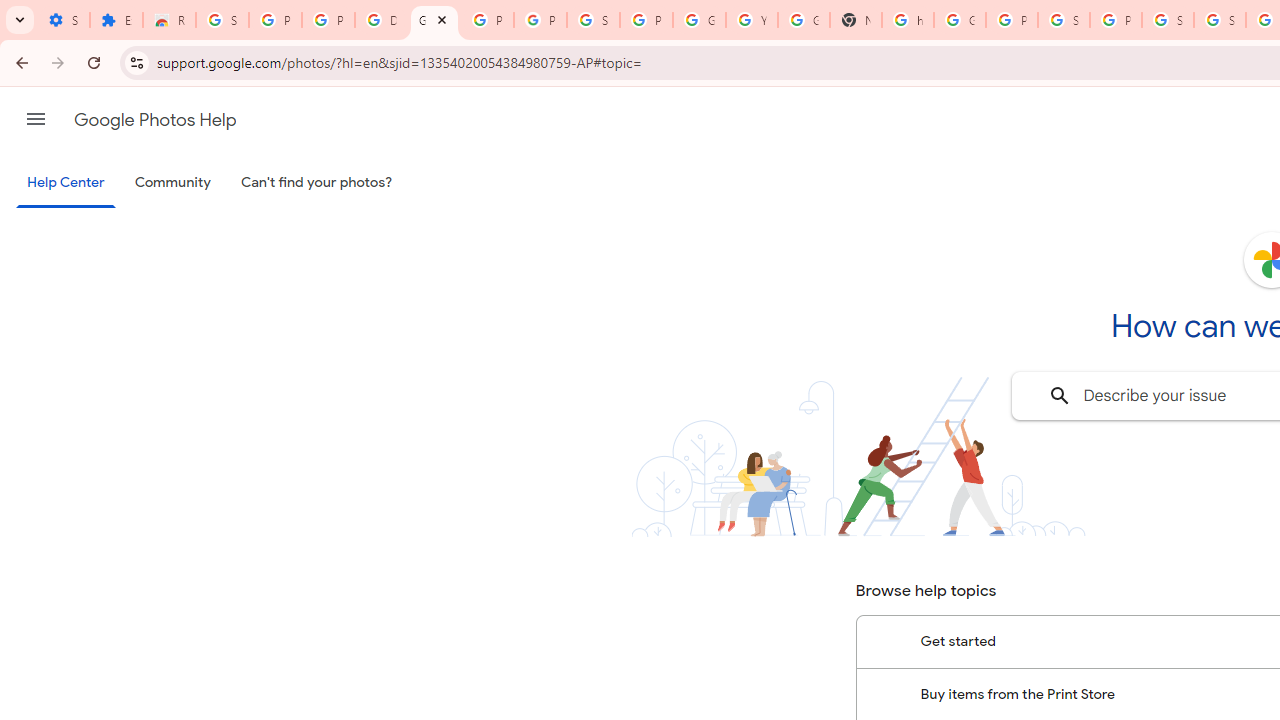 The image size is (1280, 720). I want to click on 'Extensions', so click(115, 20).